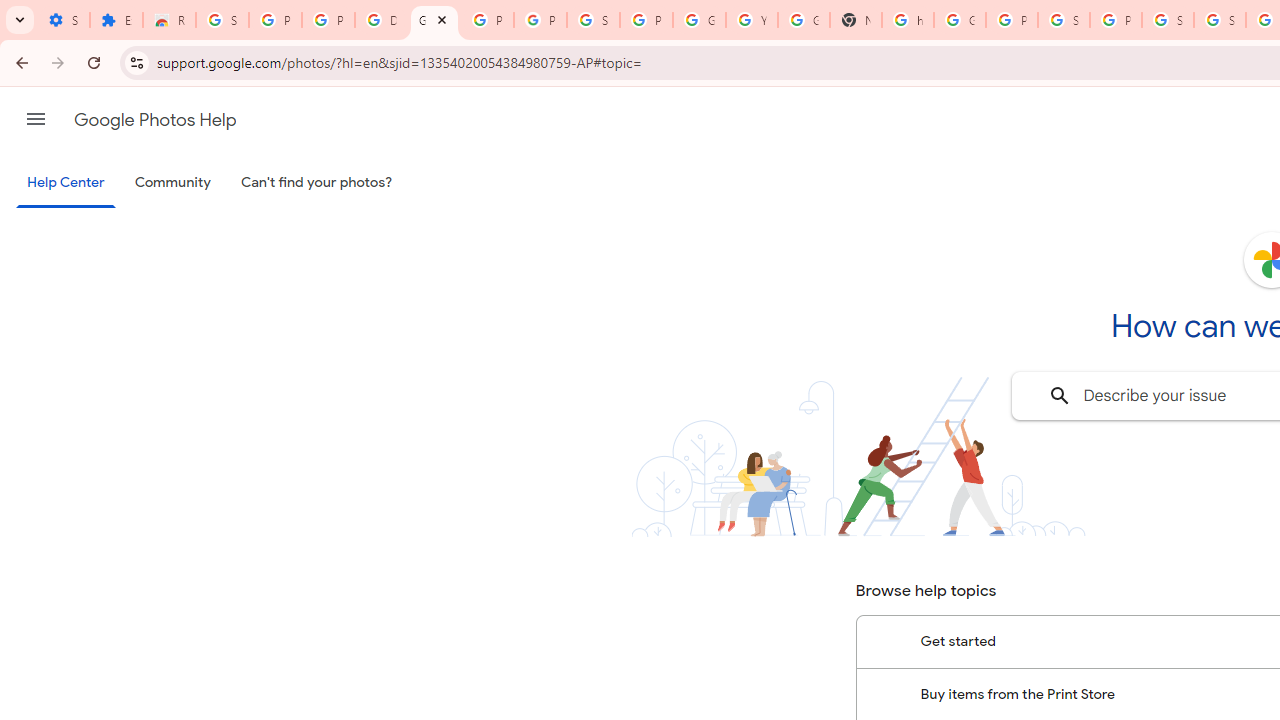 The image size is (1280, 720). I want to click on 'Extensions', so click(115, 20).